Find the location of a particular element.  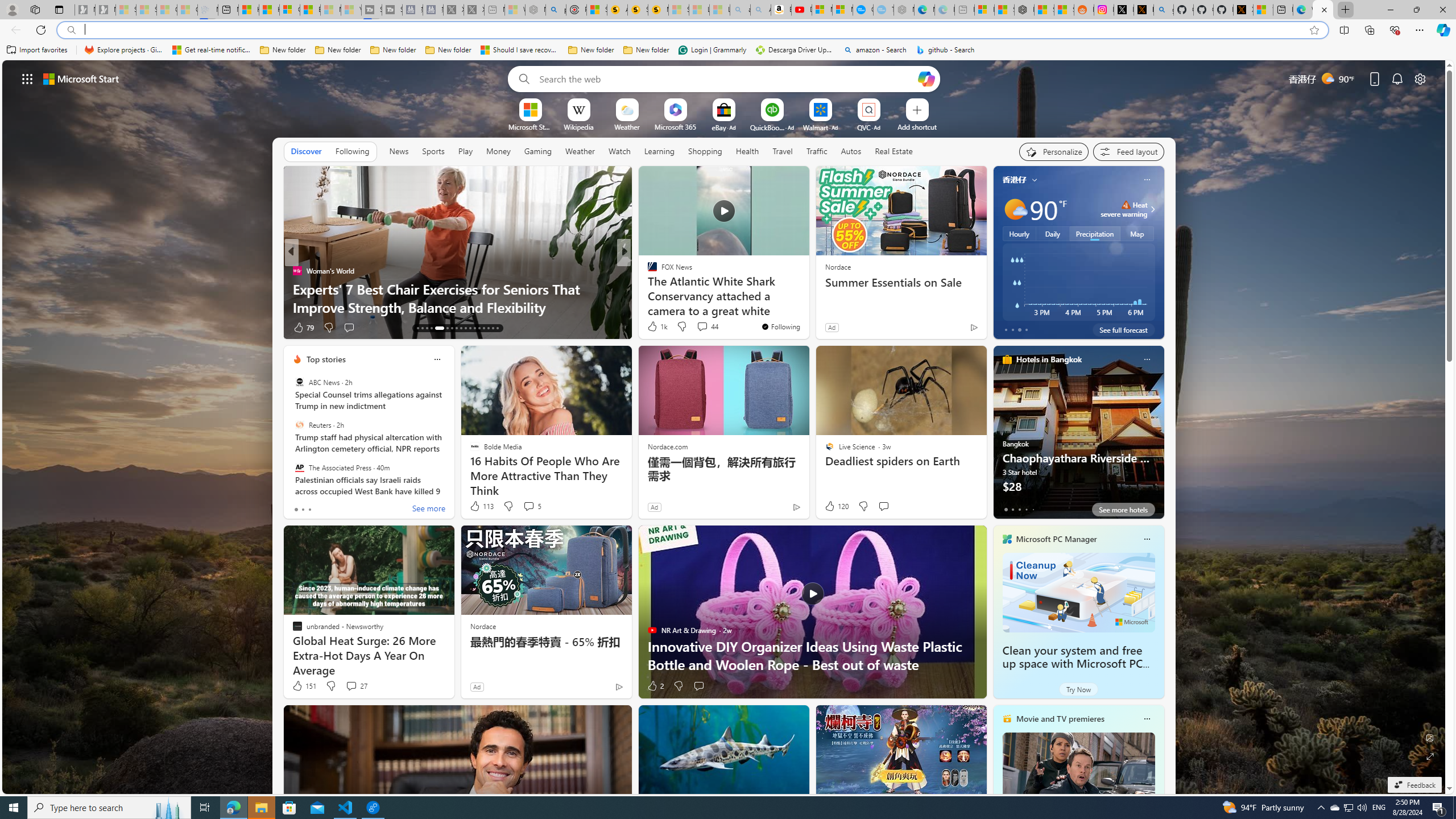

'INSIDER' is located at coordinates (647, 270).